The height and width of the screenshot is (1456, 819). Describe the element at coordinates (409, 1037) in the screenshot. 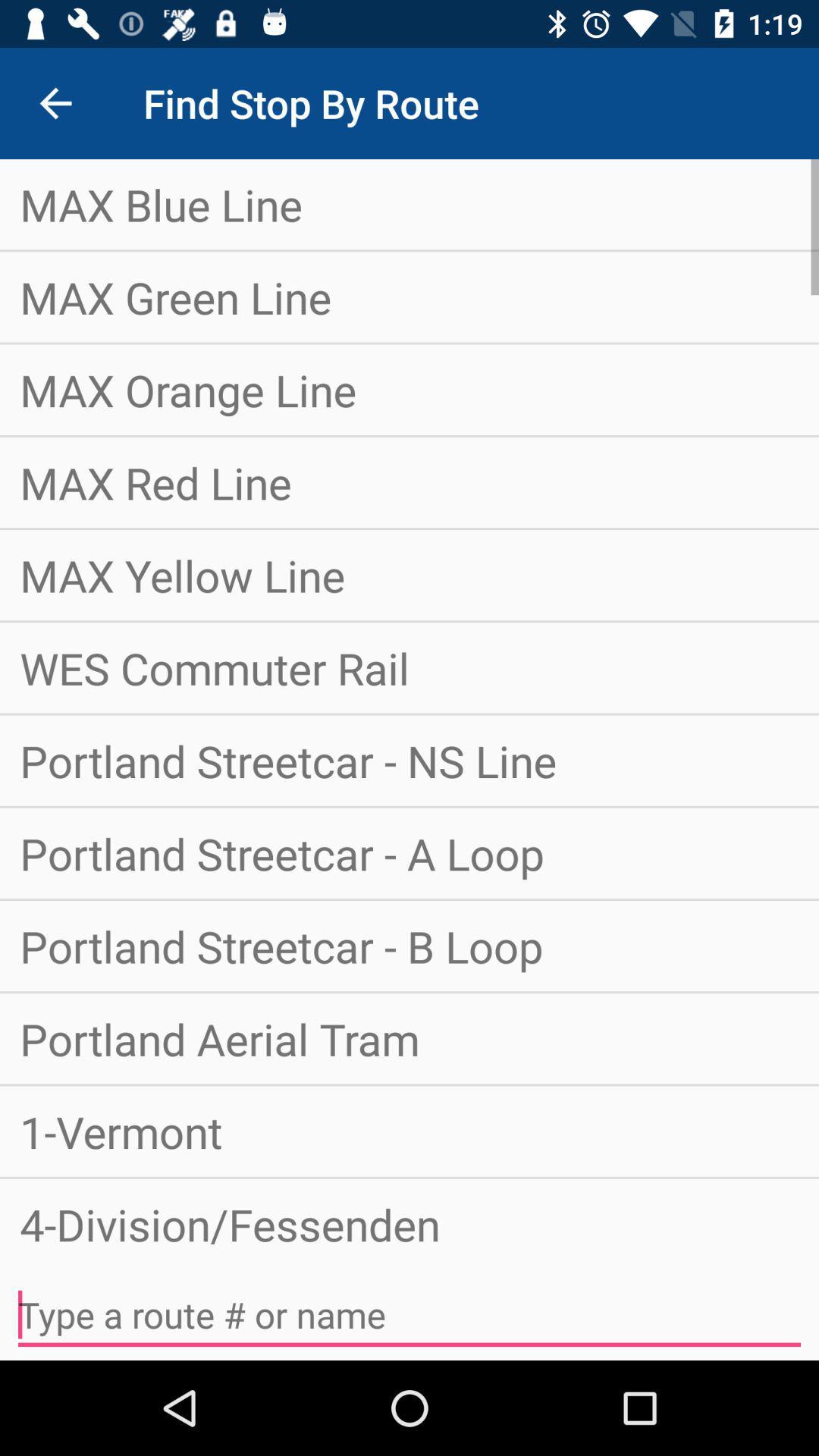

I see `icon above the 1-vermont icon` at that location.